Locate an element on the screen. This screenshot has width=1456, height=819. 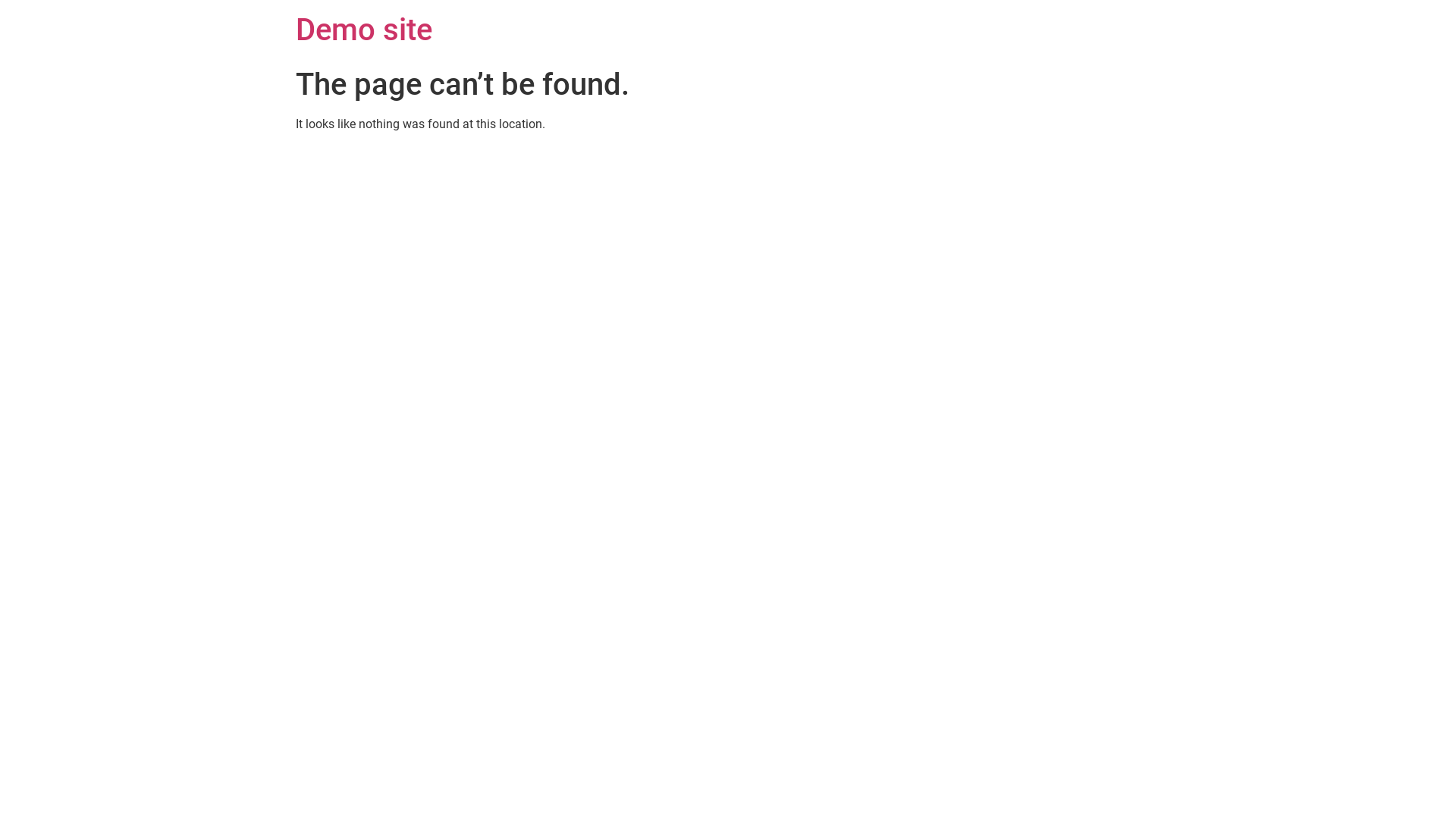
'Demo site' is located at coordinates (364, 30).